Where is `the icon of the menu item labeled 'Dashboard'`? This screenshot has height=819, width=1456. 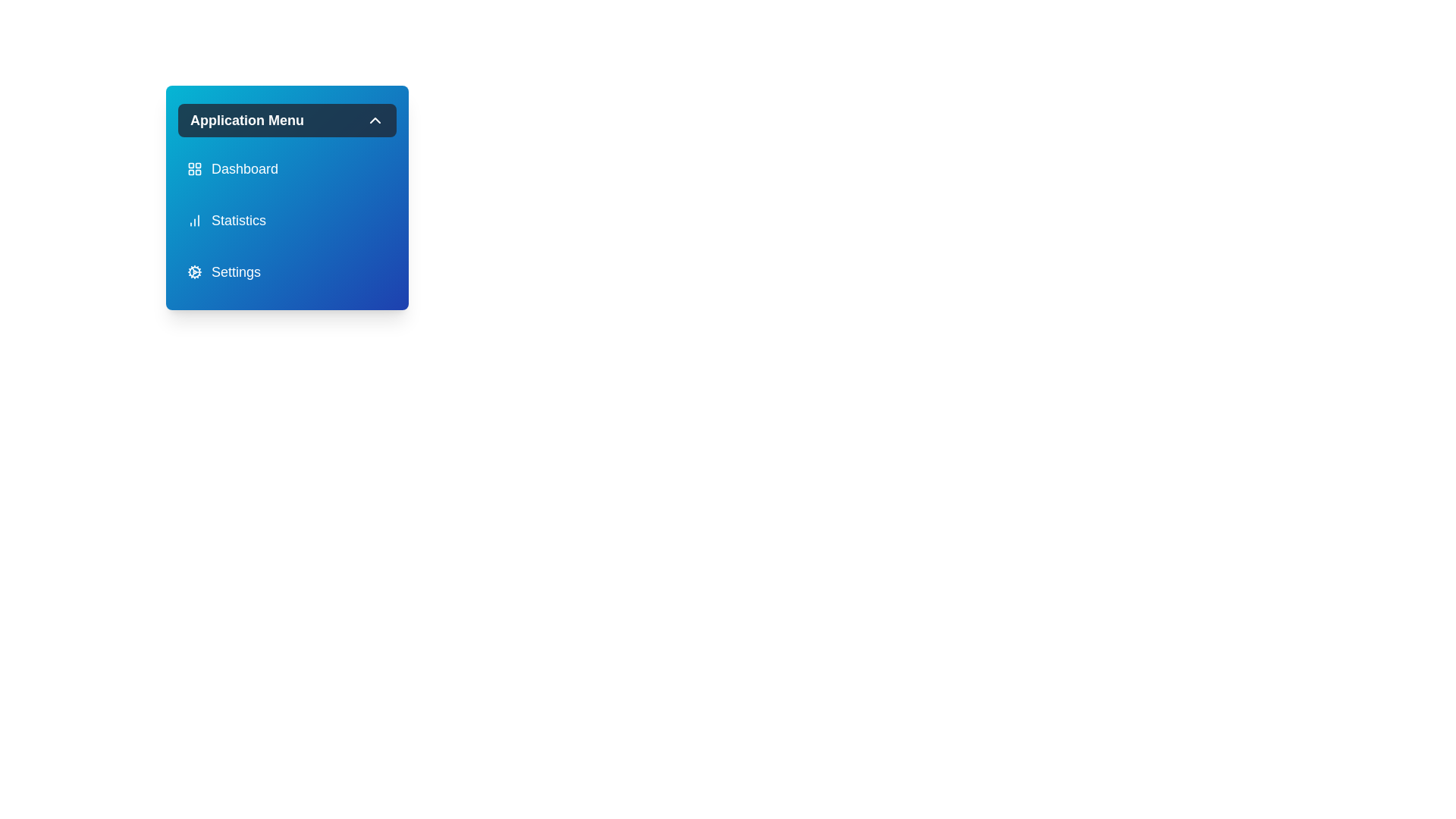
the icon of the menu item labeled 'Dashboard' is located at coordinates (194, 169).